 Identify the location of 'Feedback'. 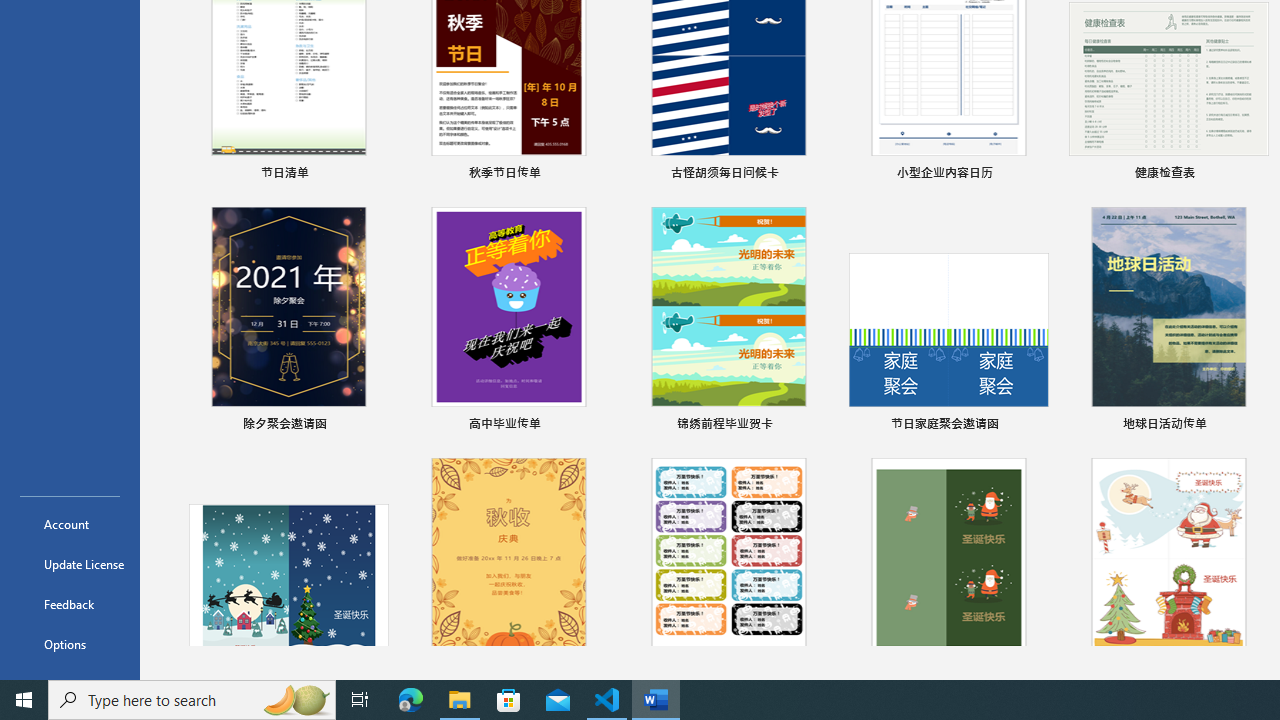
(69, 603).